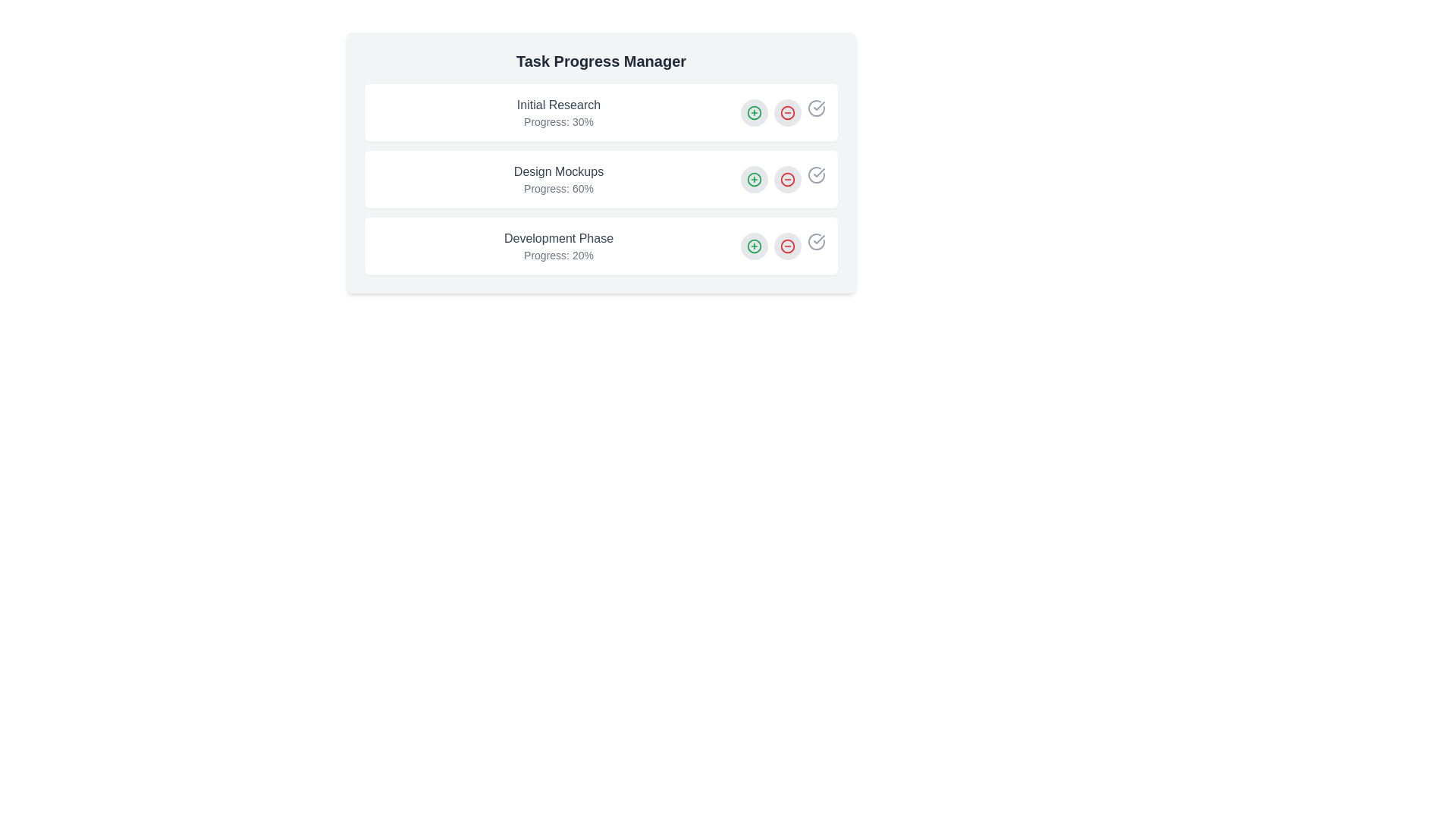  Describe the element at coordinates (815, 241) in the screenshot. I see `the check mark icon inside a circle at the right end of the row for the 'Development Phase' task` at that location.